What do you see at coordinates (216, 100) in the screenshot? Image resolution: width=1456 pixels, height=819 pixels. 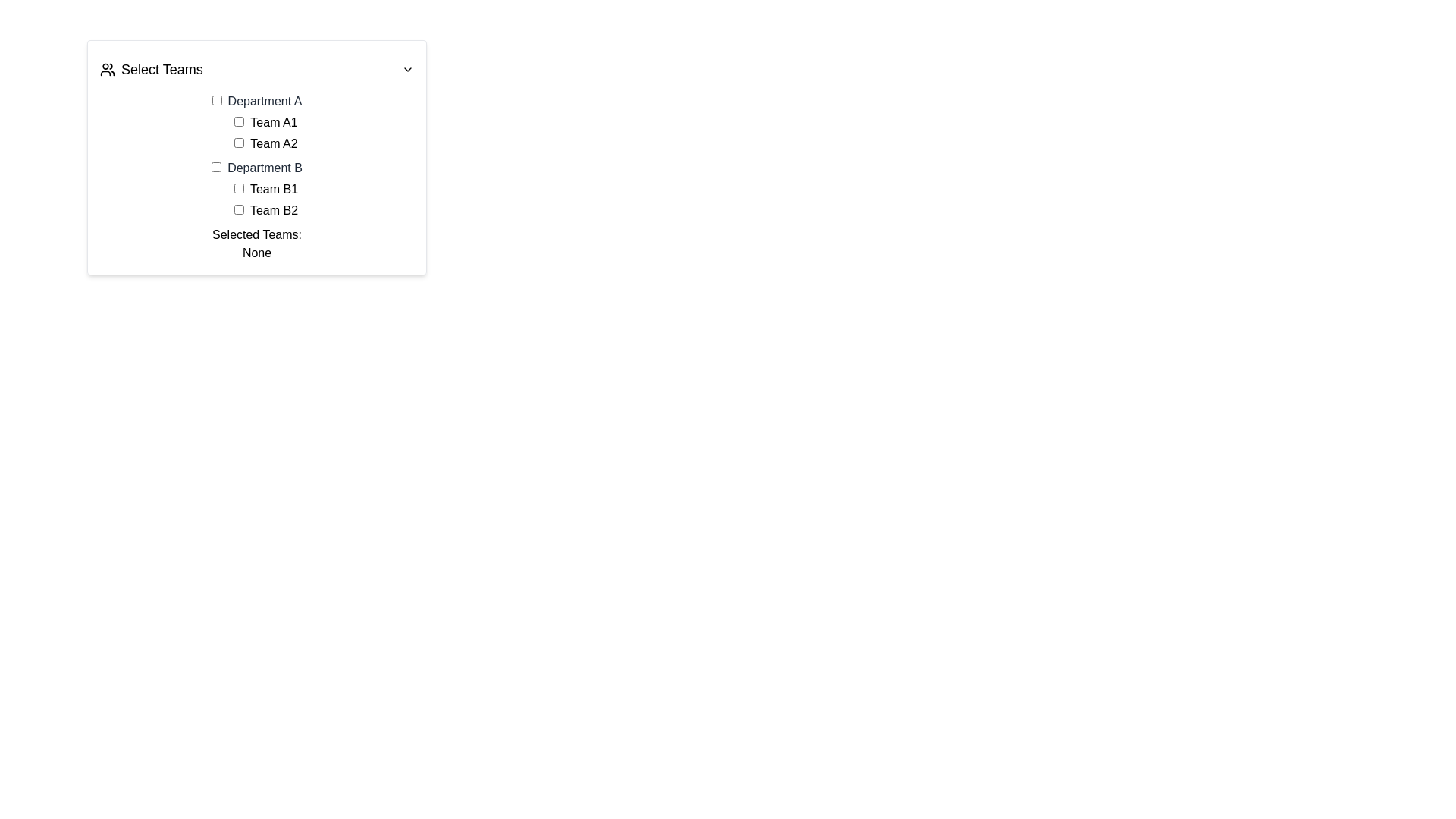 I see `the checkbox located immediately to the left of the text 'Department A' in the dropdown content` at bounding box center [216, 100].